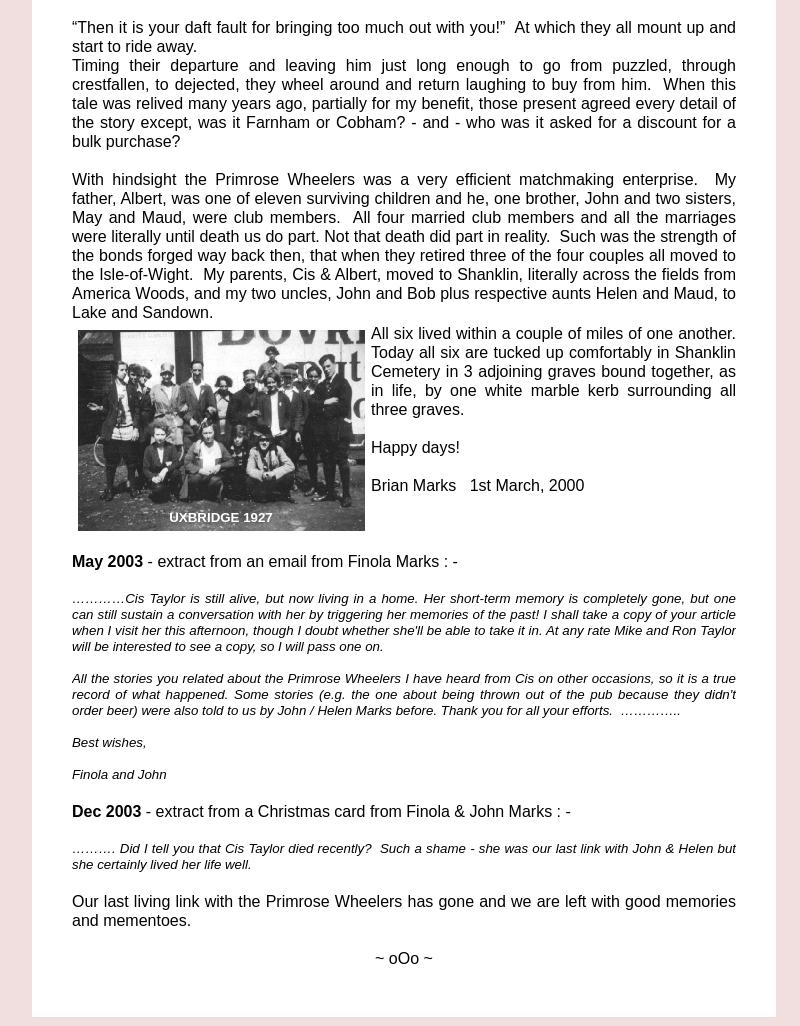 This screenshot has width=800, height=1026. What do you see at coordinates (404, 132) in the screenshot?
I see `'who was it asked for a discount for a bulk purchase?'` at bounding box center [404, 132].